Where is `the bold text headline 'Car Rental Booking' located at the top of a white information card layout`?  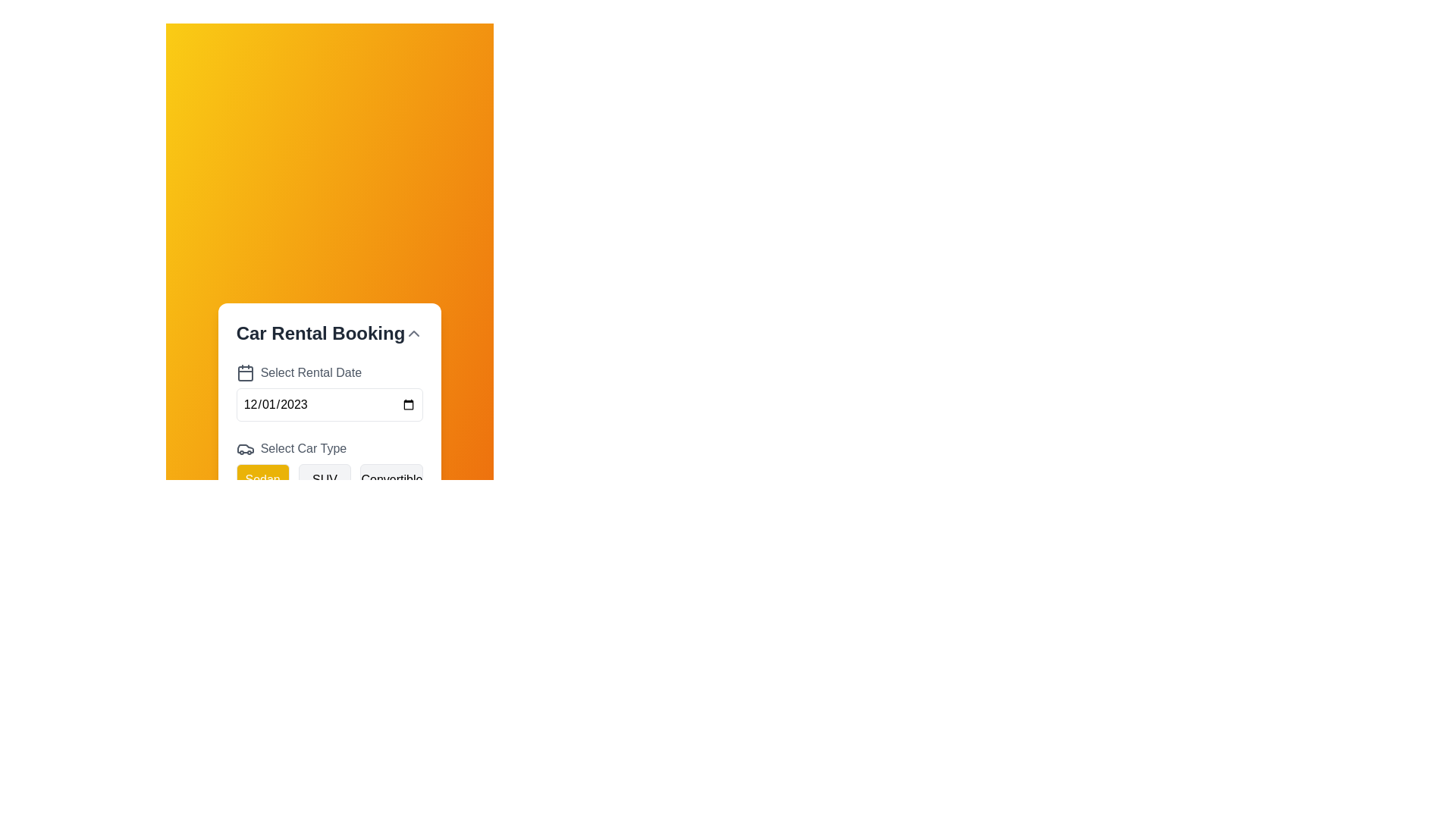
the bold text headline 'Car Rental Booking' located at the top of a white information card layout is located at coordinates (319, 332).